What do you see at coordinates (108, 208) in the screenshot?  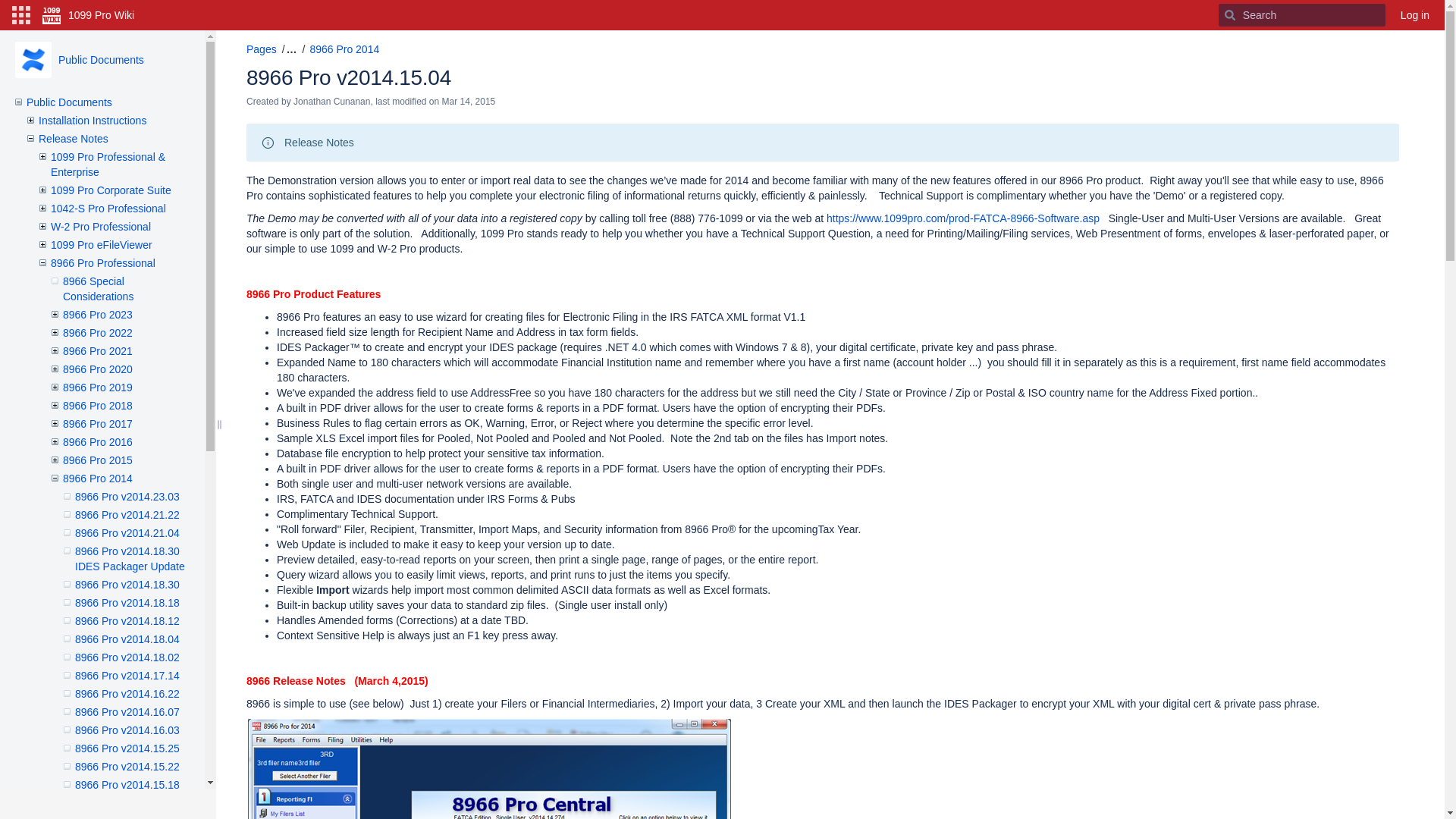 I see `'1042-S Pro Professional'` at bounding box center [108, 208].